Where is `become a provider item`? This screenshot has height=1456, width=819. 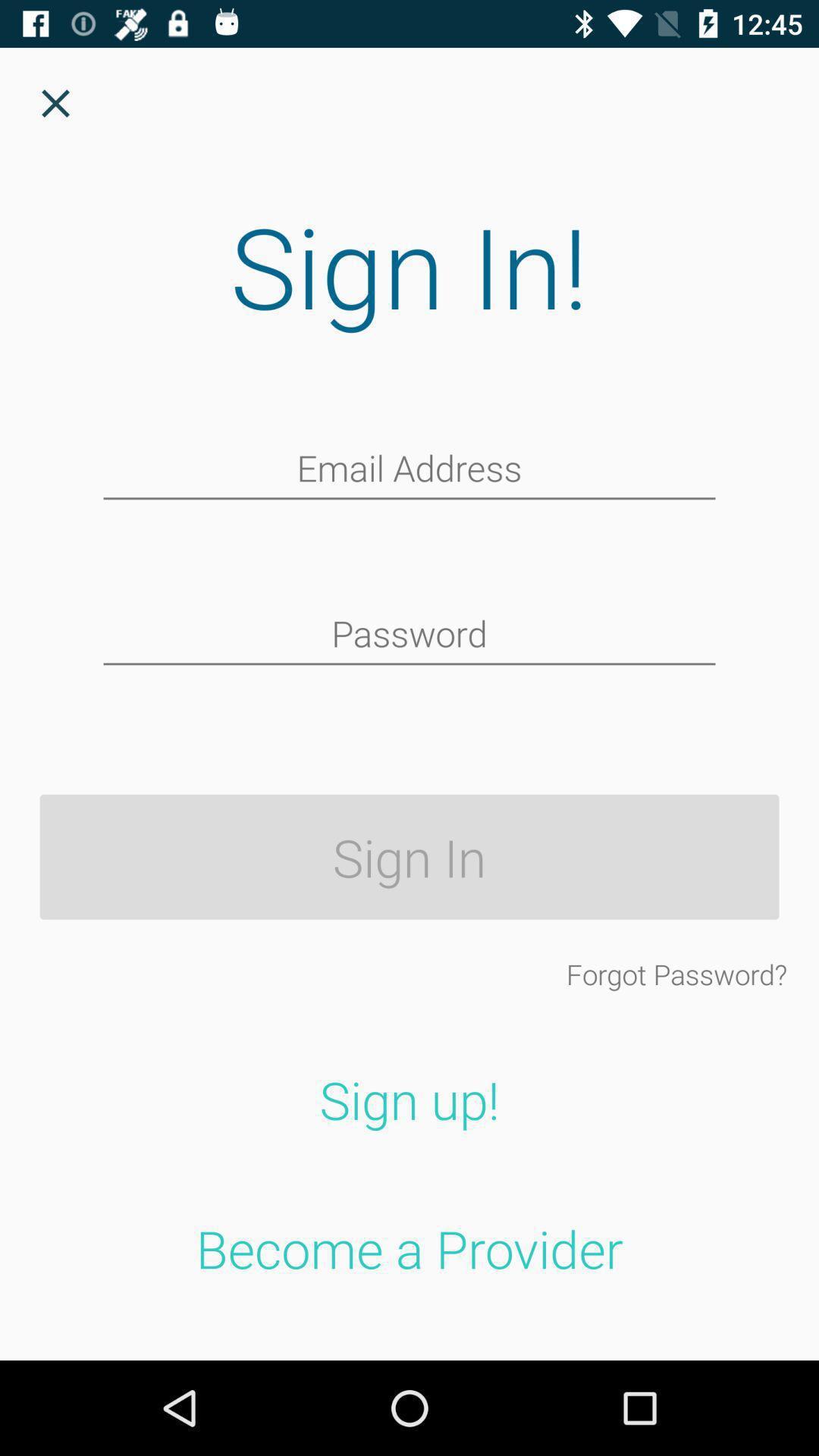 become a provider item is located at coordinates (409, 1248).